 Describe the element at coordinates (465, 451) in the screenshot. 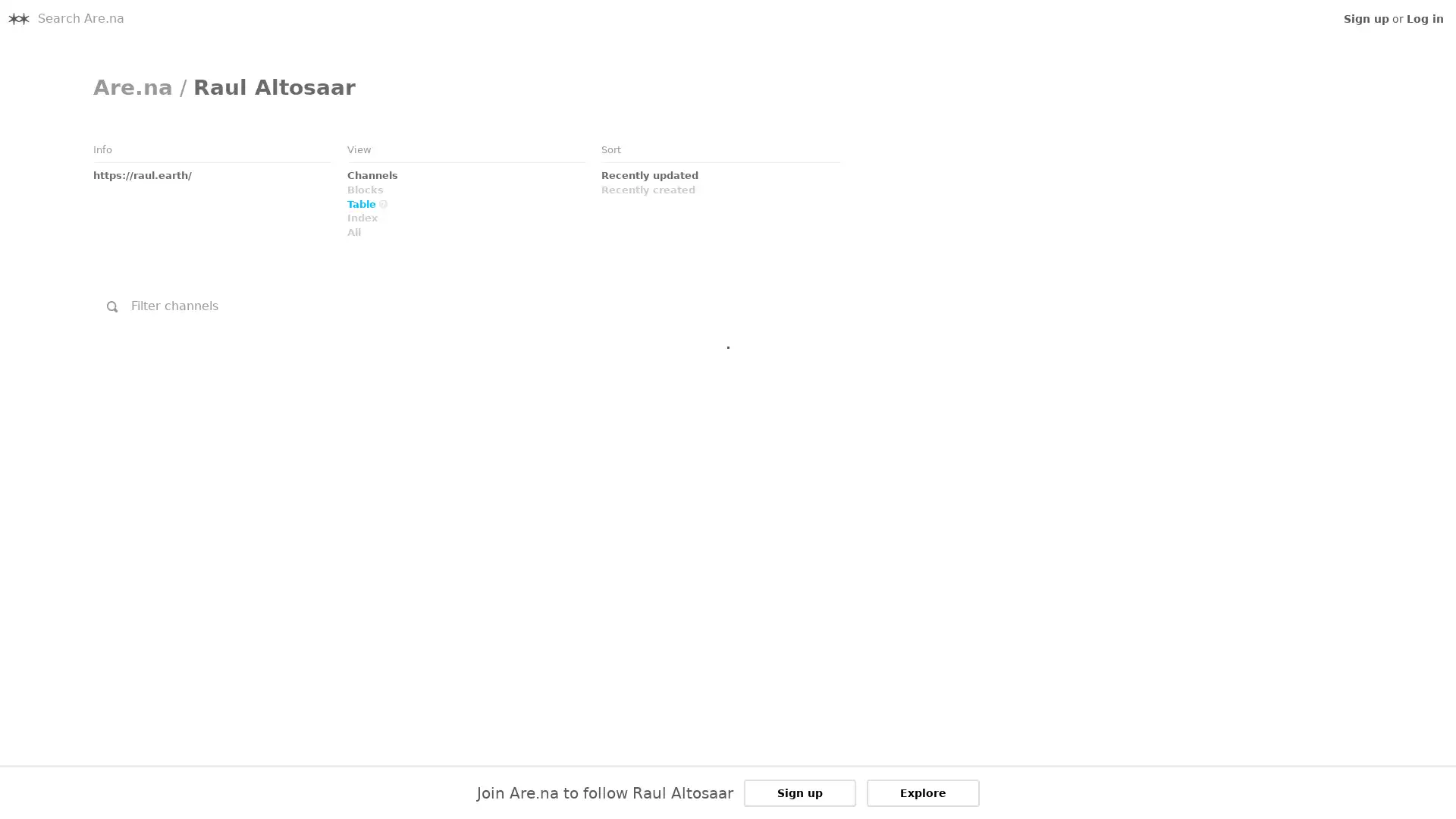

I see `Link to Embed: Zimoun : 25 woodworms, wood, microphone, sound system, 2009` at that location.